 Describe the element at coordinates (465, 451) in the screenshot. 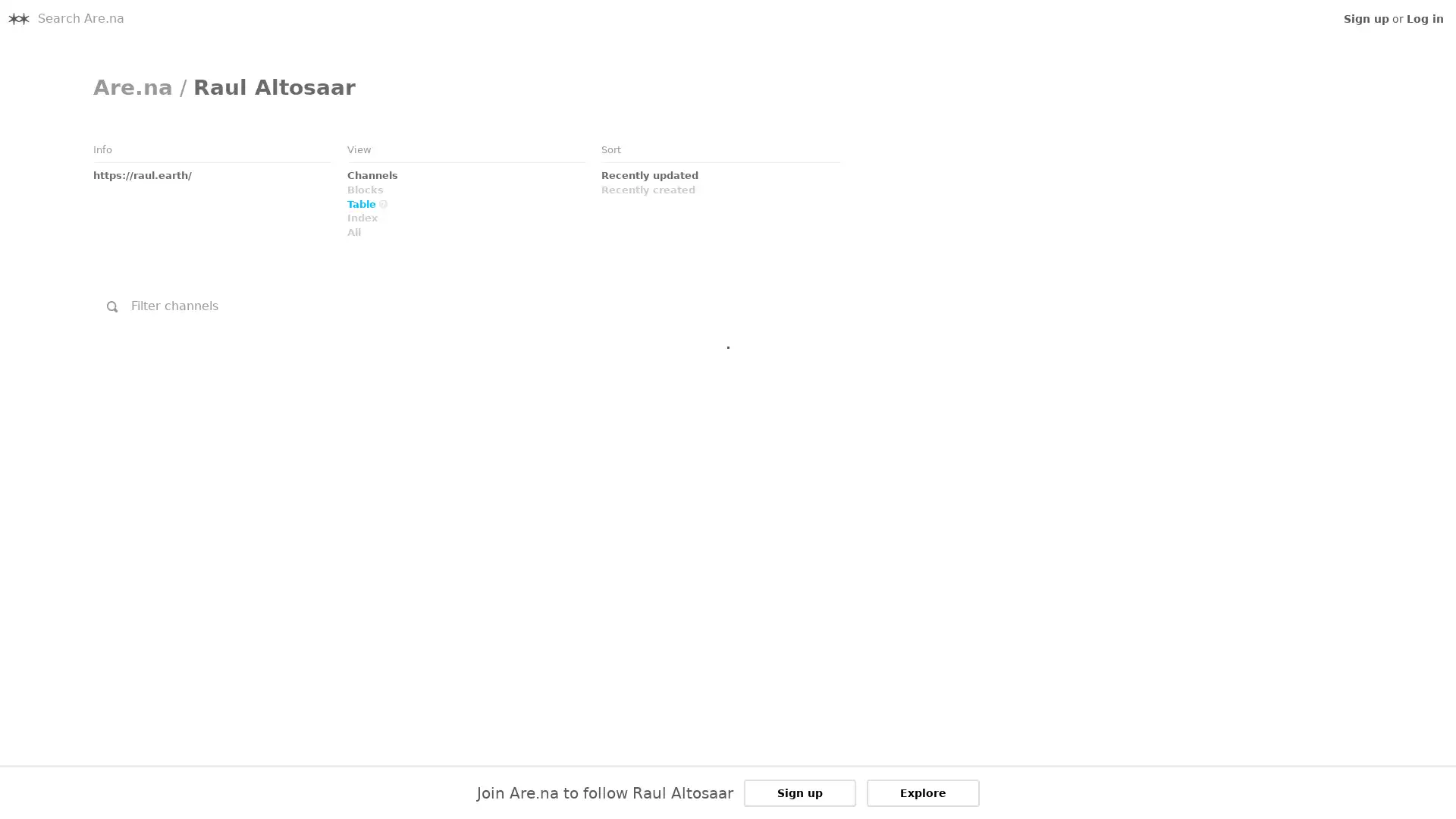

I see `Link to Embed: Zimoun : 25 woodworms, wood, microphone, sound system, 2009` at that location.